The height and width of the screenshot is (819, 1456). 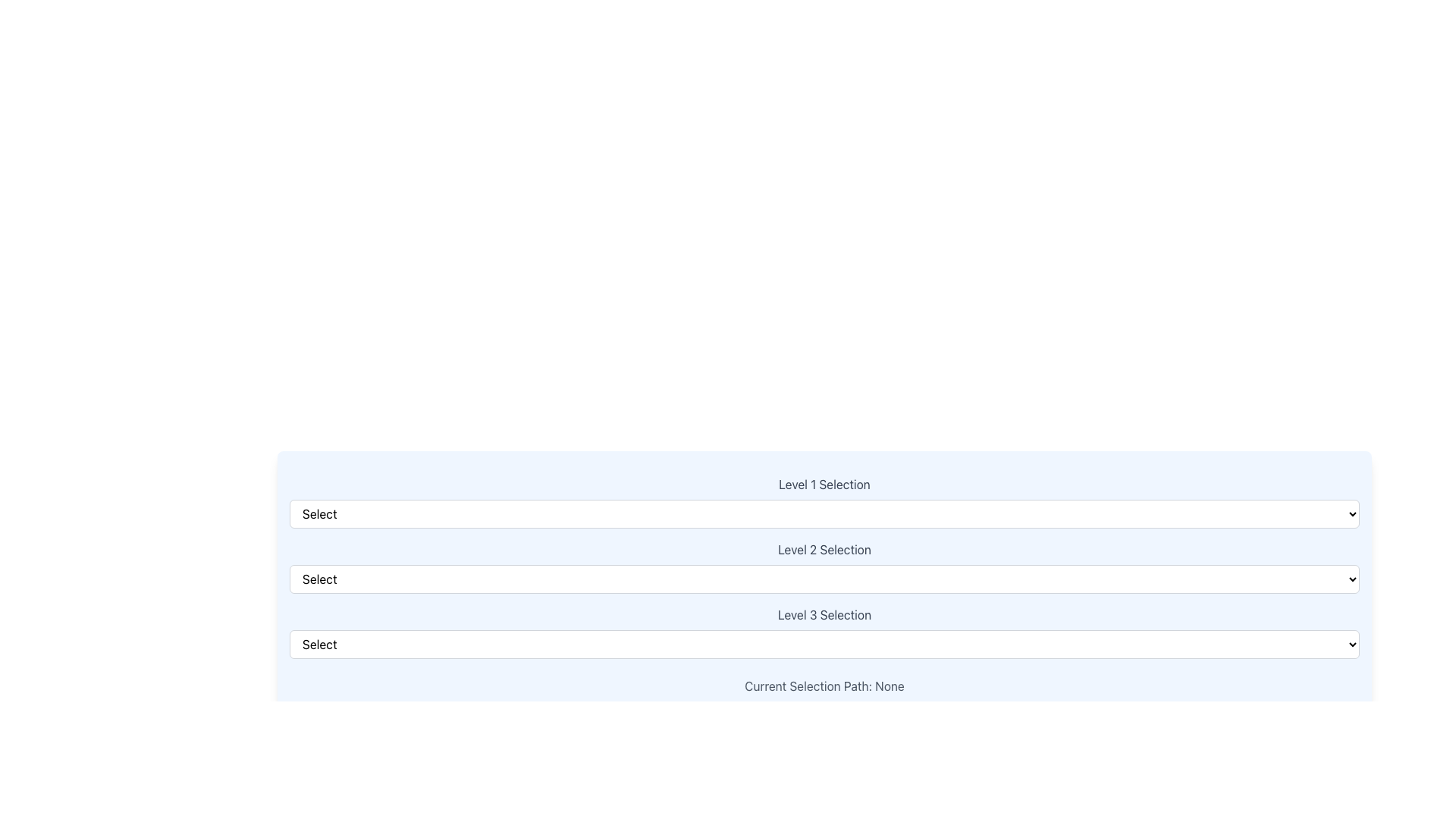 What do you see at coordinates (824, 632) in the screenshot?
I see `the 'Level 3 Selection' dropdown menu` at bounding box center [824, 632].